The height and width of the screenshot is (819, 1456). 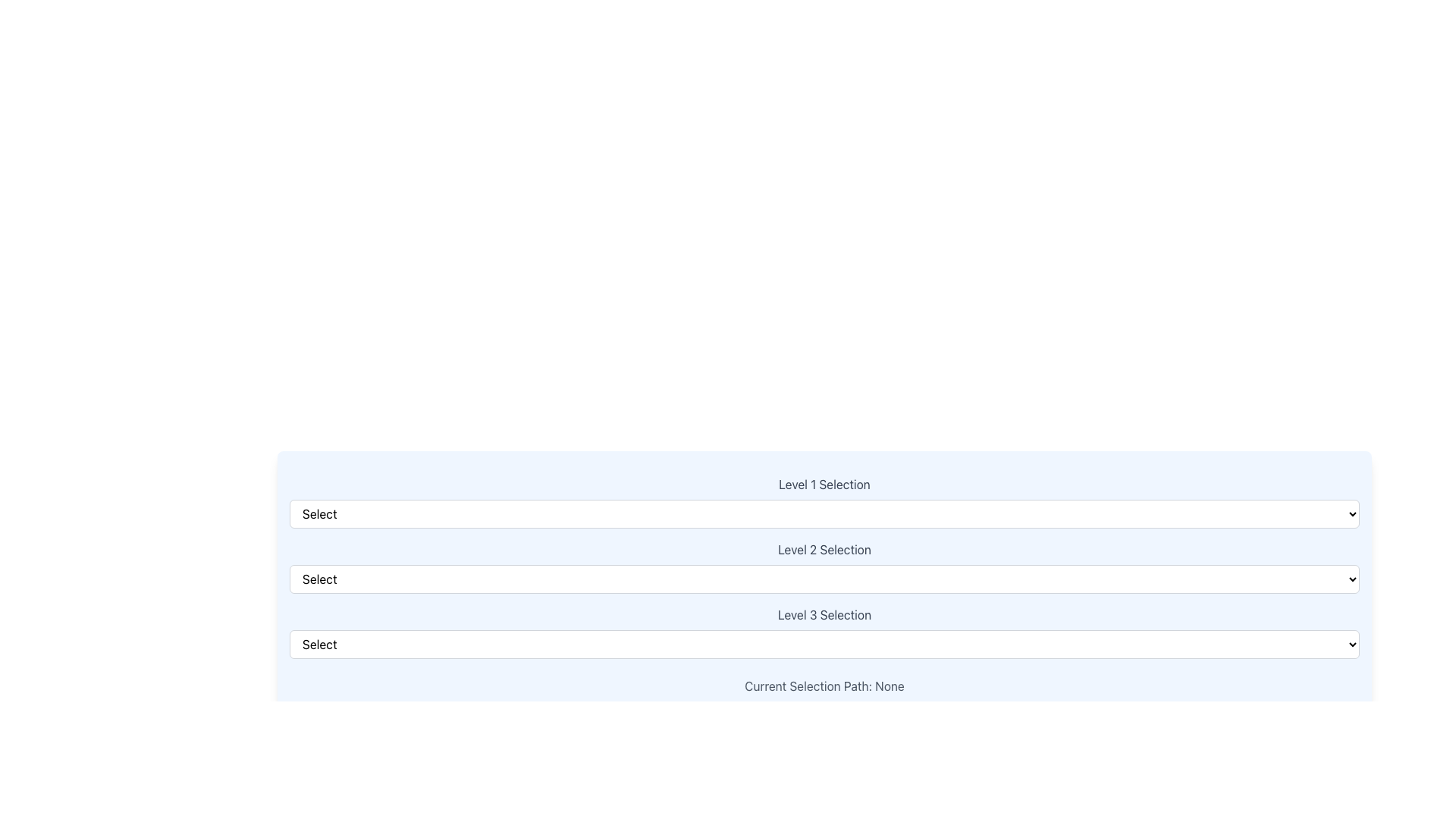 What do you see at coordinates (824, 632) in the screenshot?
I see `the 'Level 3 Selection' dropdown menu` at bounding box center [824, 632].